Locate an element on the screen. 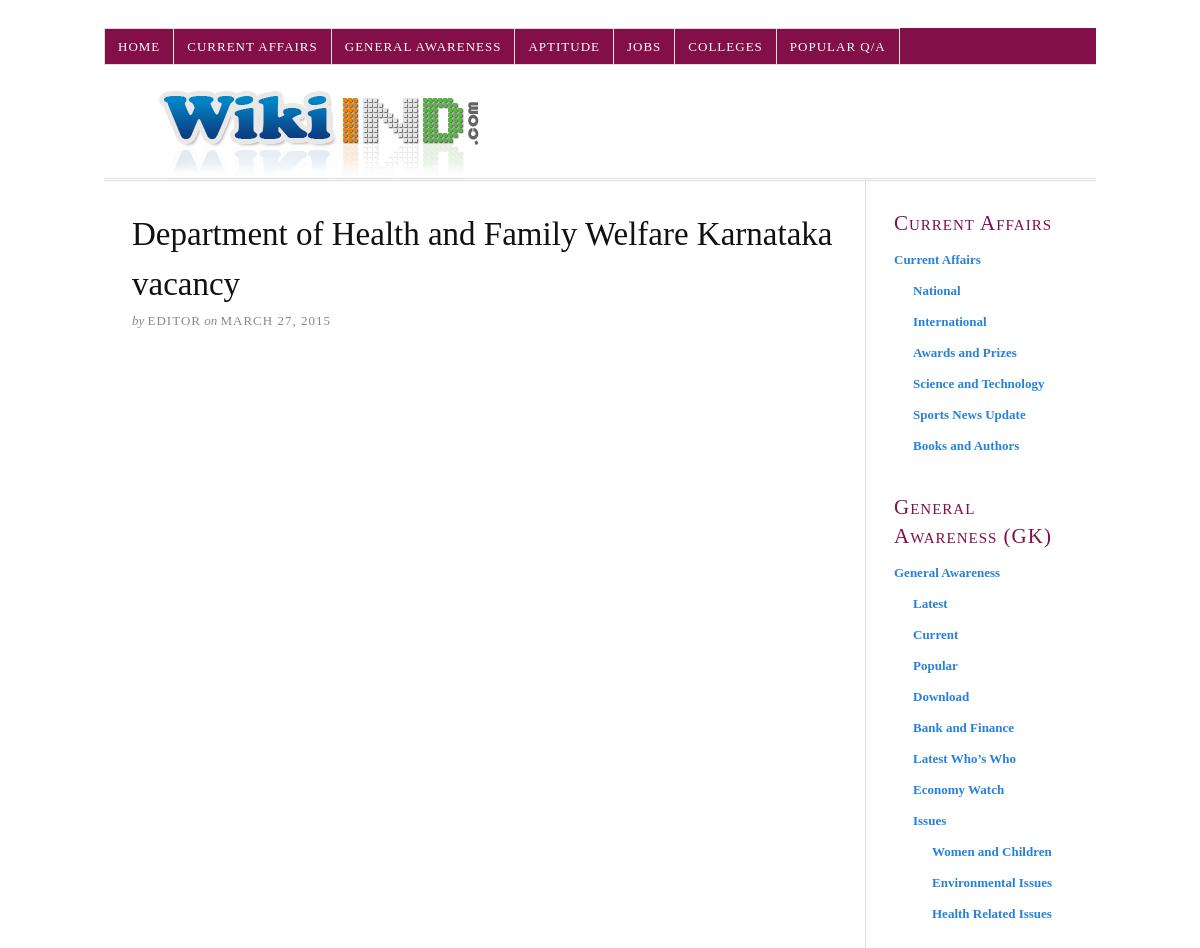 This screenshot has width=1200, height=948. 'Editor' is located at coordinates (172, 320).